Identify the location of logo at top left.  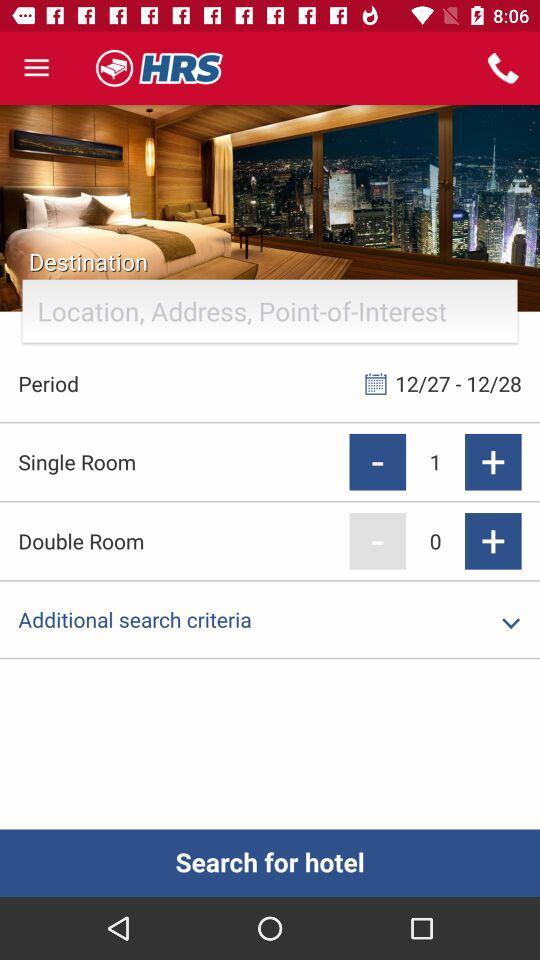
(159, 68).